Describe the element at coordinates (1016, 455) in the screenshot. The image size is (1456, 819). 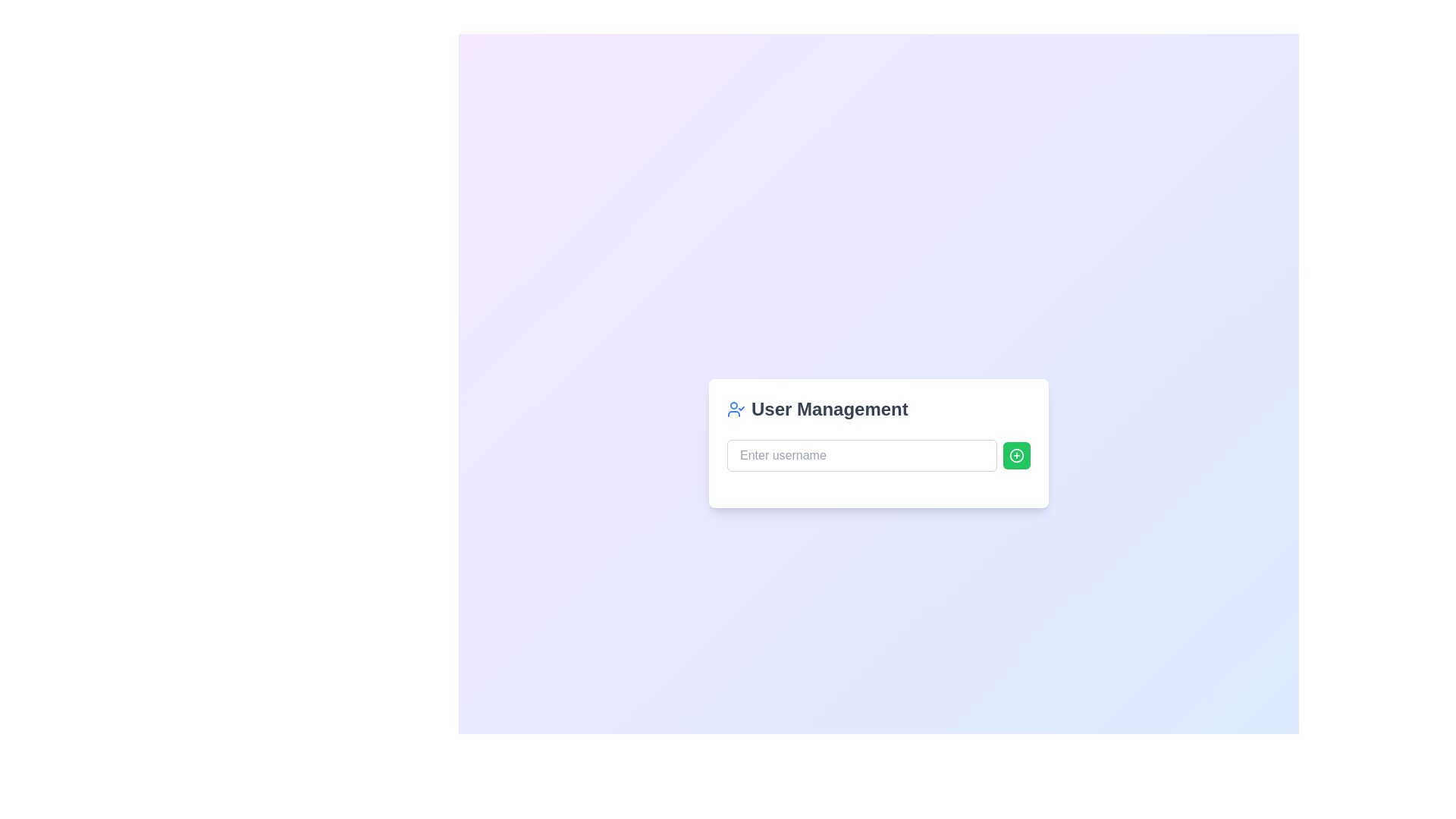
I see `the circular icon with a plus sign inside, which is embedded in a green button located to the right of the username input field` at that location.